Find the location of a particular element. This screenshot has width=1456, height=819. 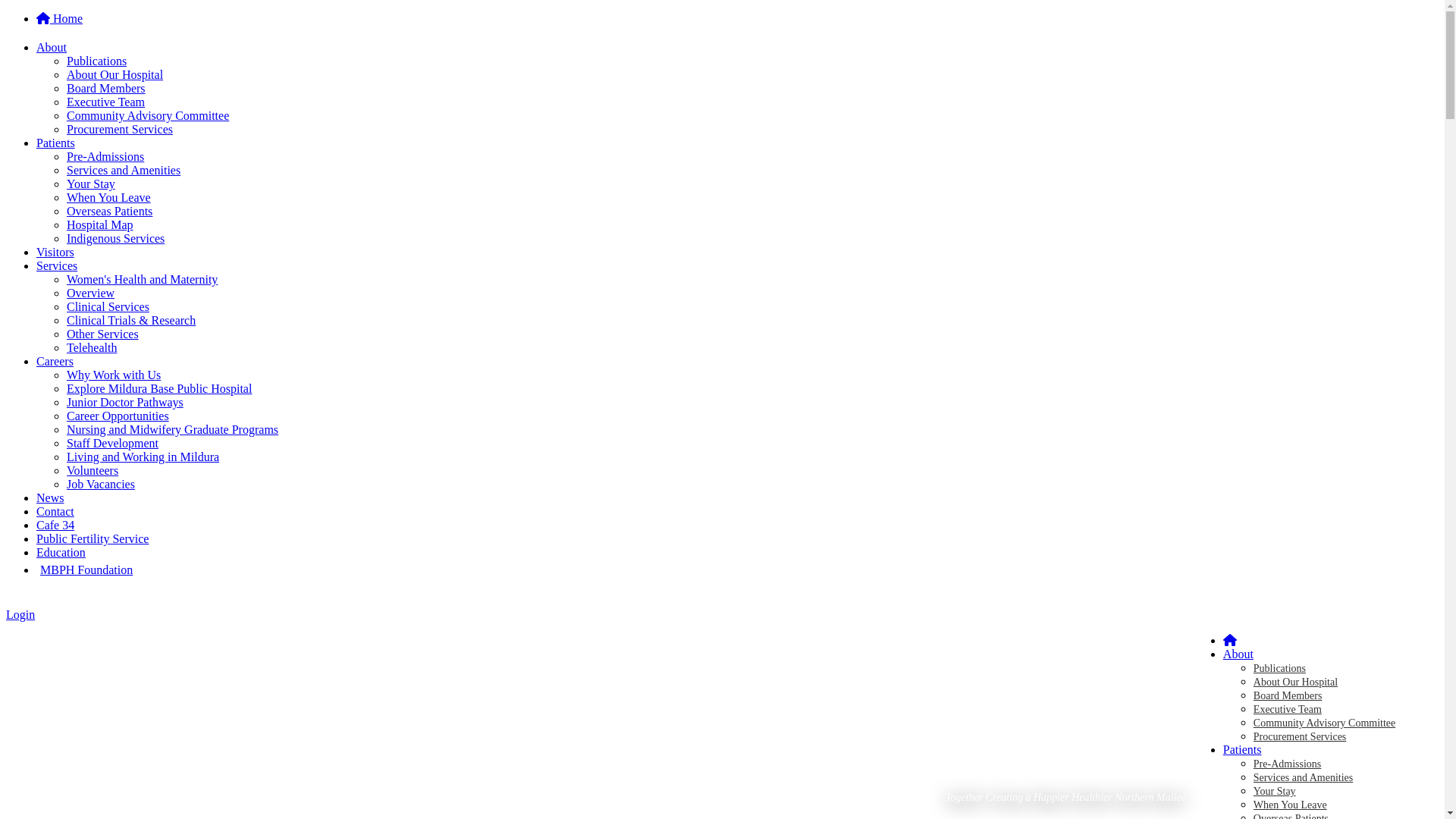

'Community Advisory Committee' is located at coordinates (1323, 722).